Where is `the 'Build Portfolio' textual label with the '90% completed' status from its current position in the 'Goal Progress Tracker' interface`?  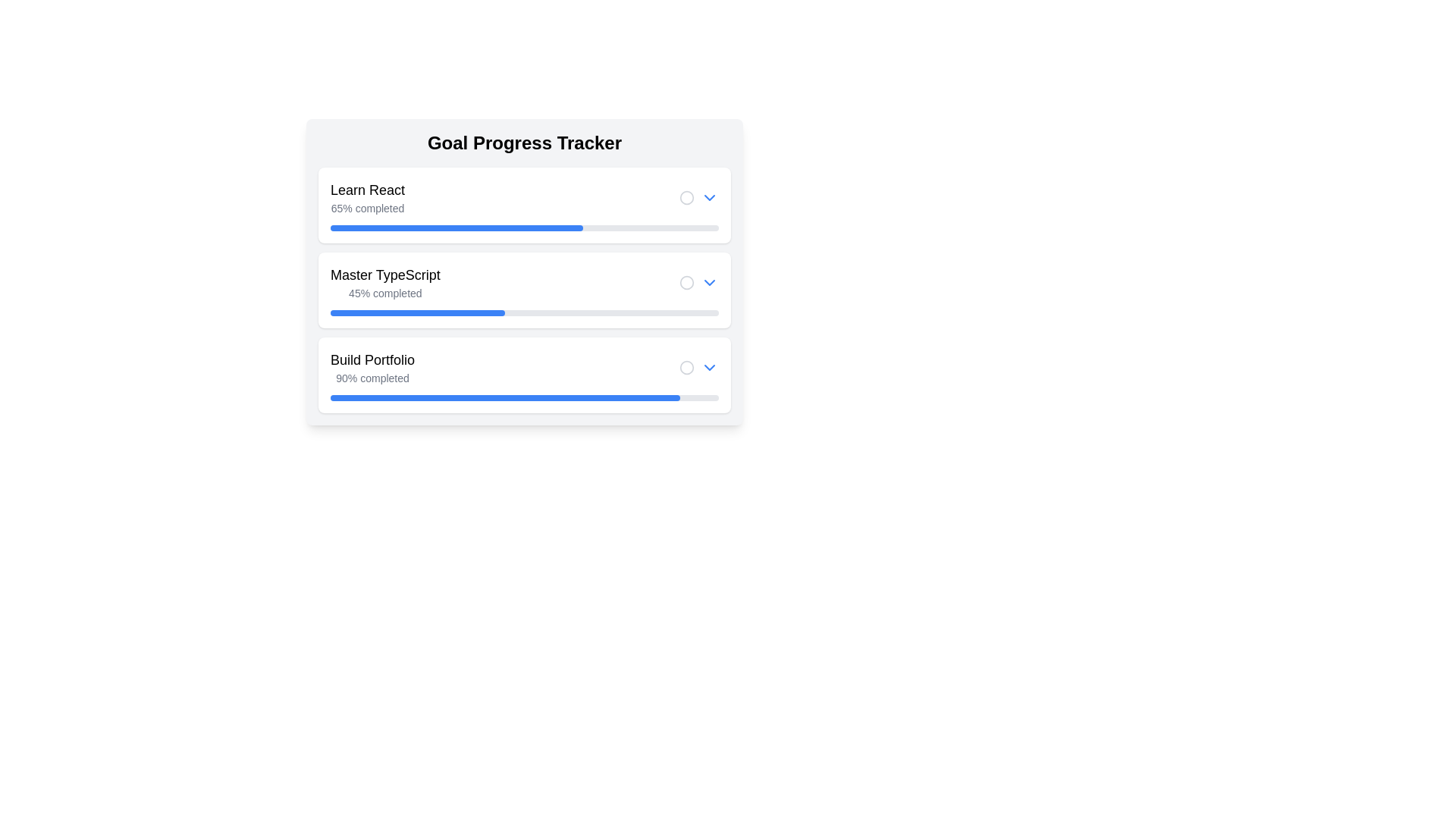 the 'Build Portfolio' textual label with the '90% completed' status from its current position in the 'Goal Progress Tracker' interface is located at coordinates (372, 368).